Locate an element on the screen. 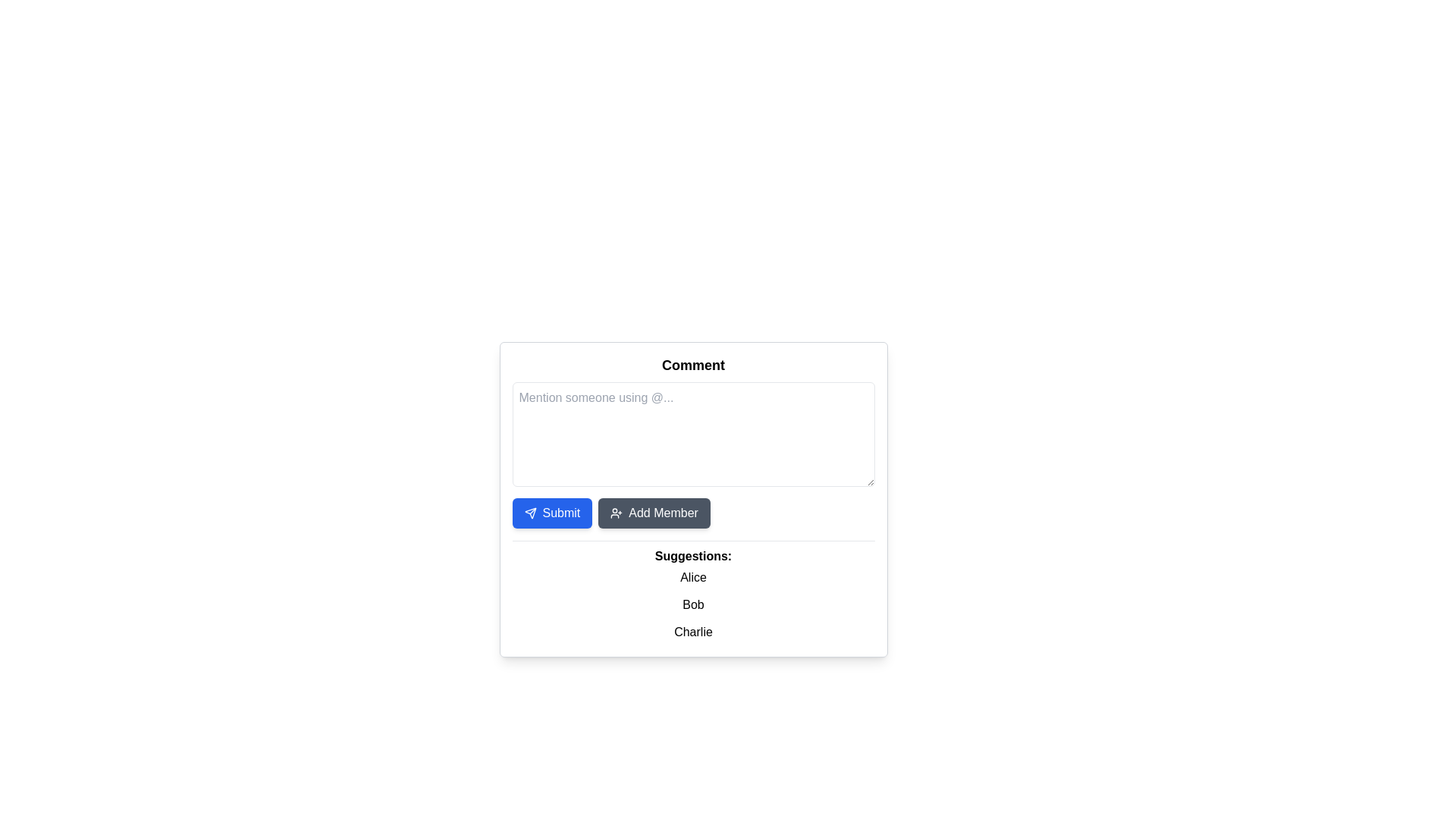  the Text label or heading indicating the purpose of the commenting section is located at coordinates (692, 366).